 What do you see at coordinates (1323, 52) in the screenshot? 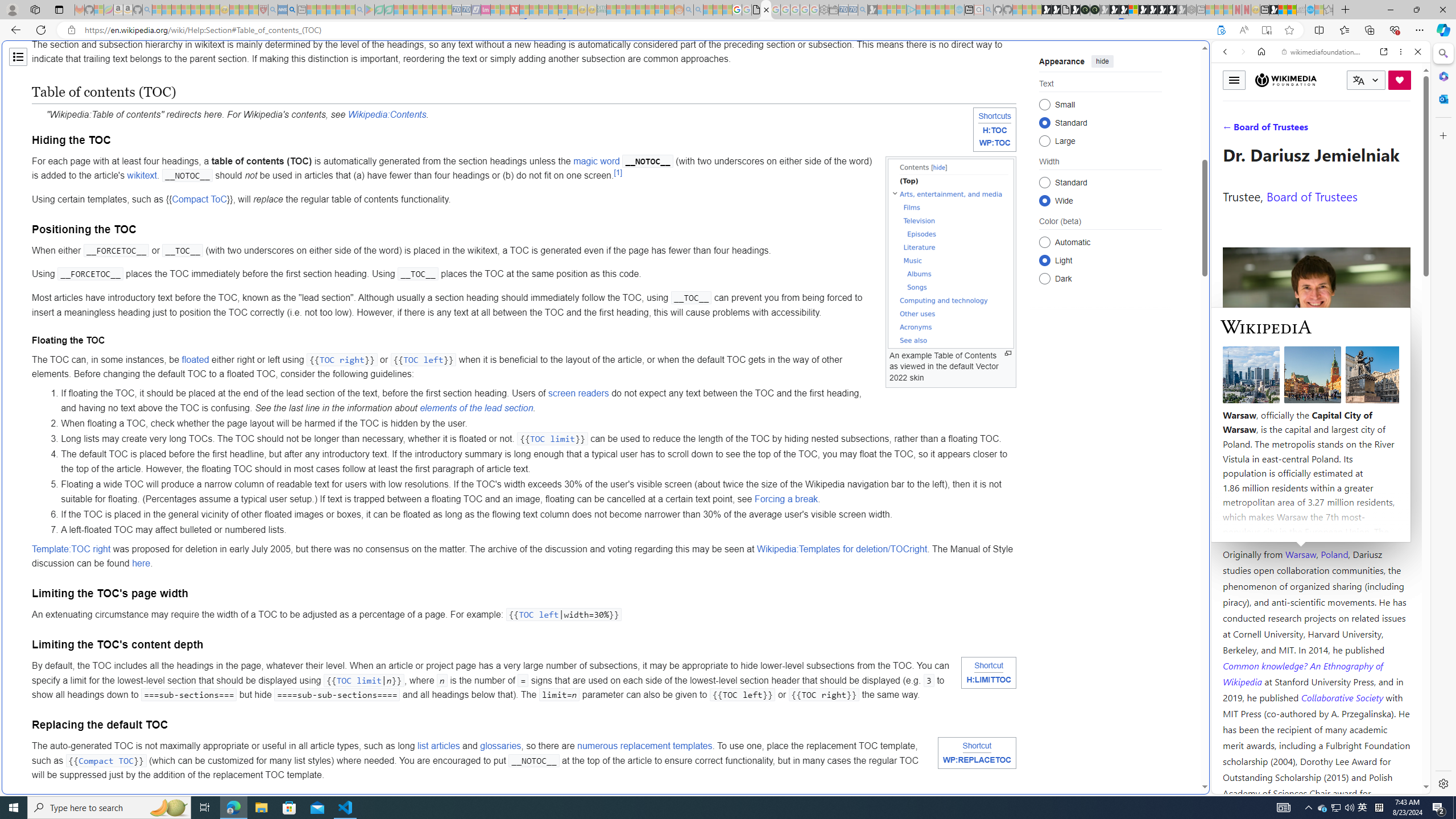
I see `'wikimediafoundation.org'` at bounding box center [1323, 52].